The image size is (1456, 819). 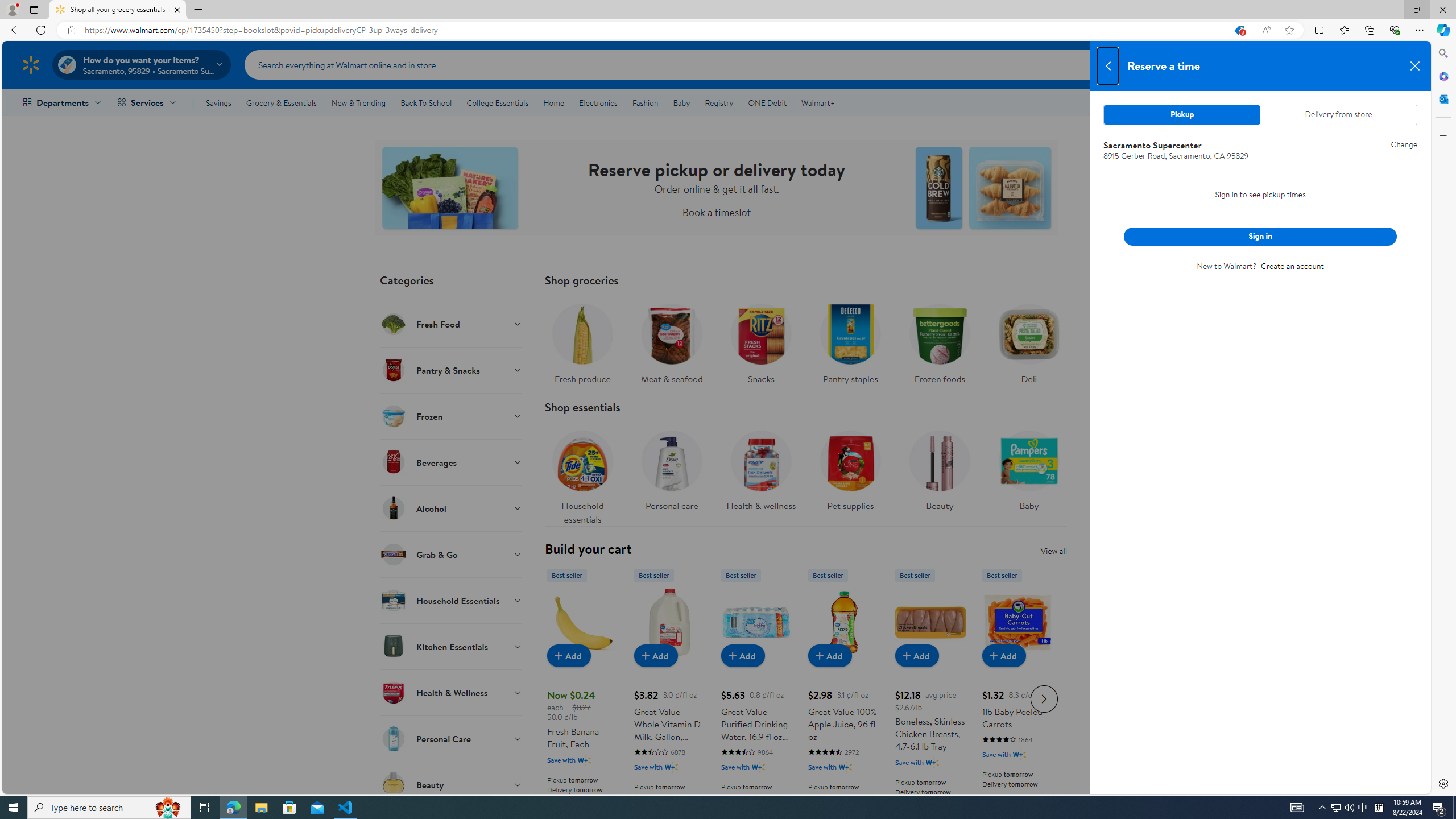 I want to click on 'Fresh Food', so click(x=450, y=323).